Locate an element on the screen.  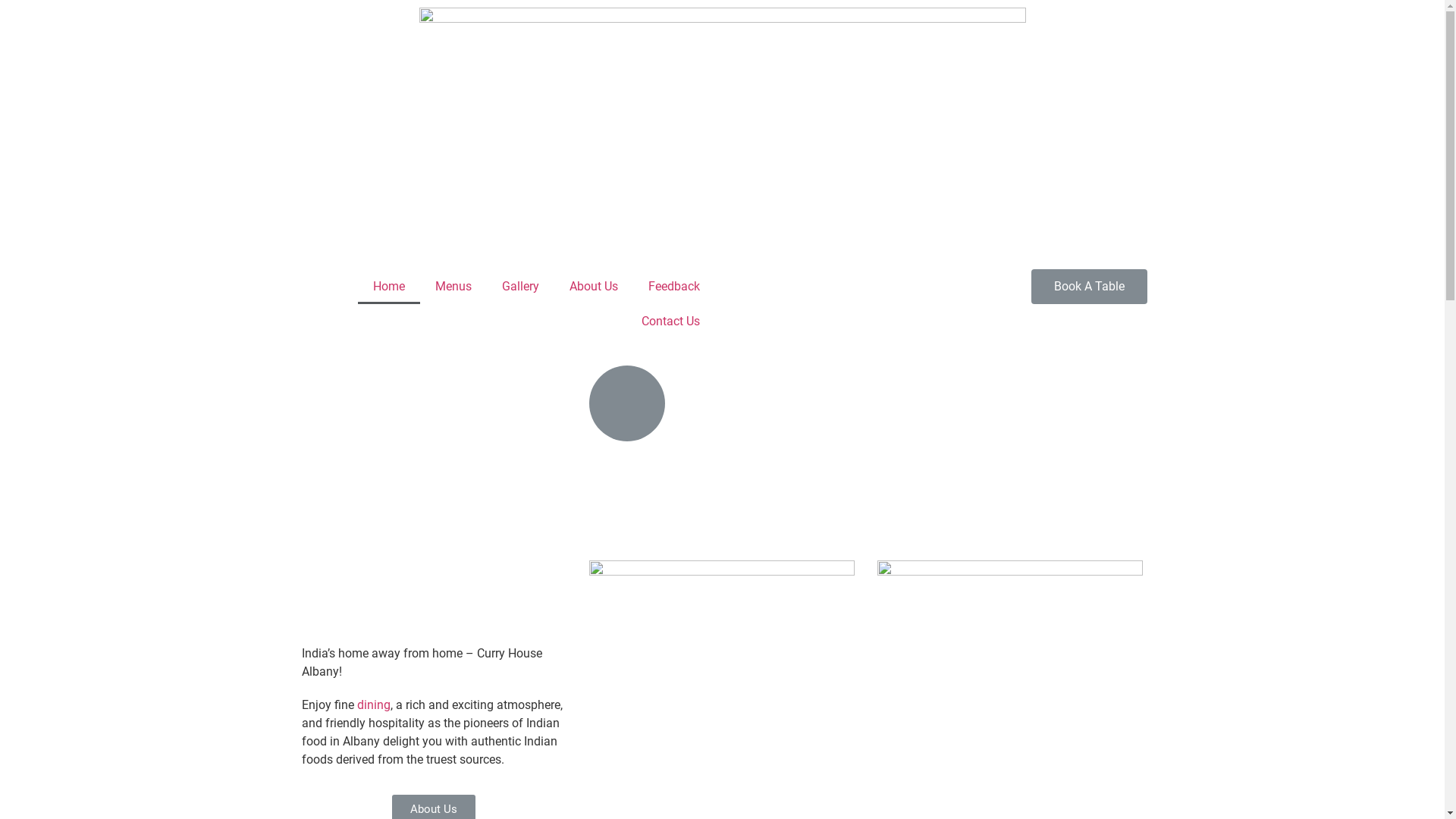
'Home' is located at coordinates (389, 287).